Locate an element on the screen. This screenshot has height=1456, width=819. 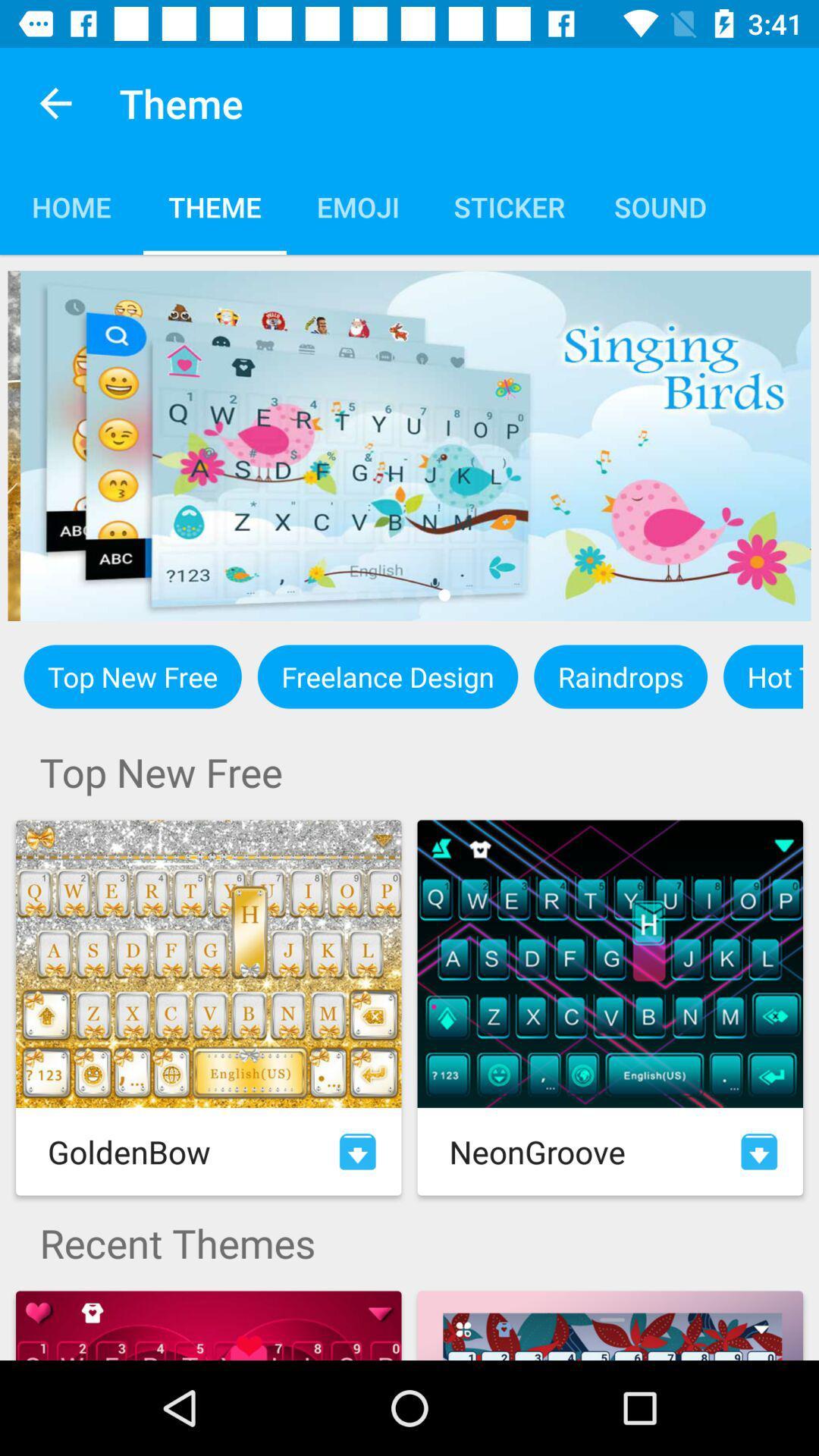
app next to theme app is located at coordinates (55, 102).